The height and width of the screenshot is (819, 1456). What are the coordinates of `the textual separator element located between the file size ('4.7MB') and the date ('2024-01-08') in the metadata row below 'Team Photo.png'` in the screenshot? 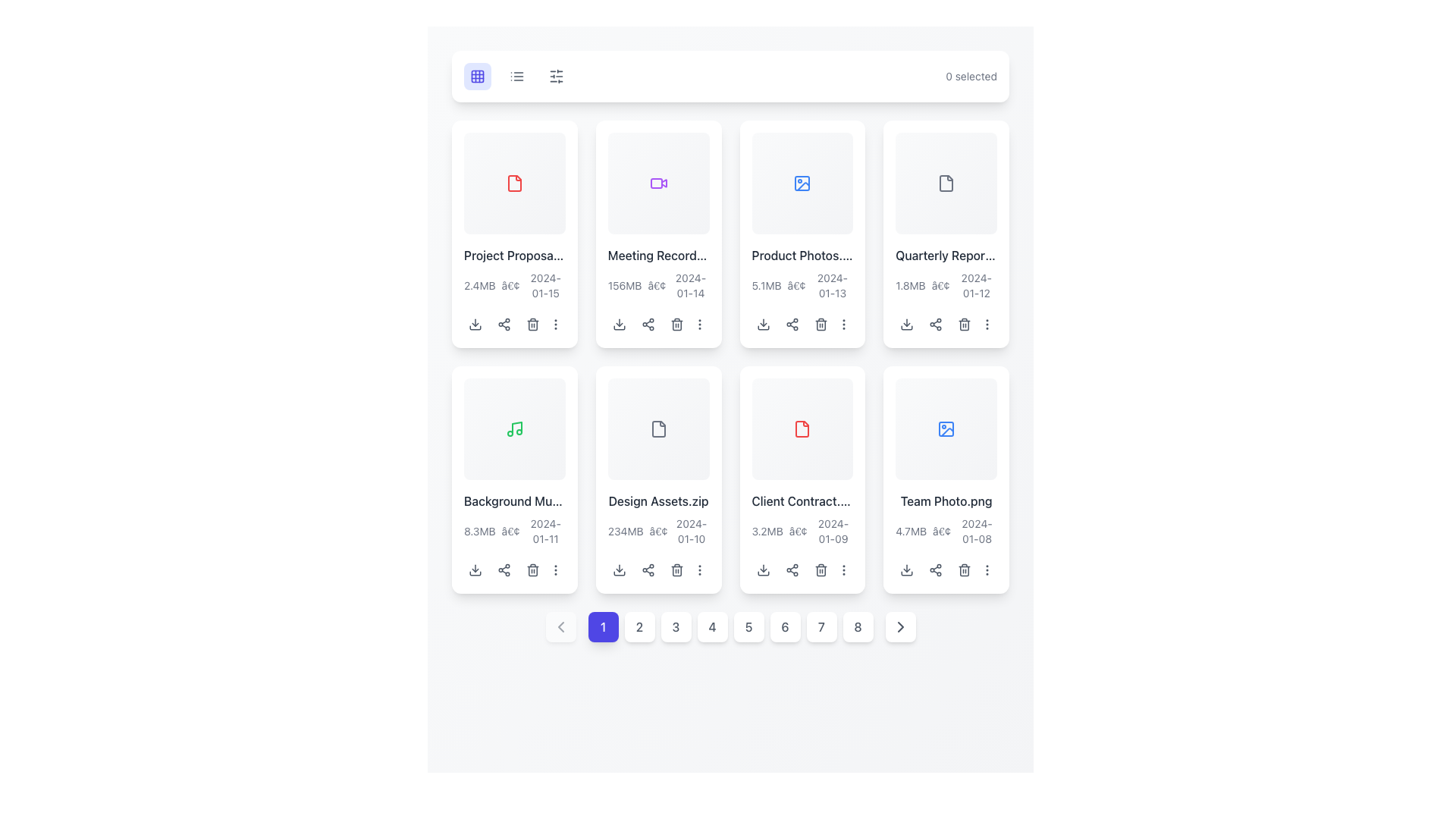 It's located at (941, 530).